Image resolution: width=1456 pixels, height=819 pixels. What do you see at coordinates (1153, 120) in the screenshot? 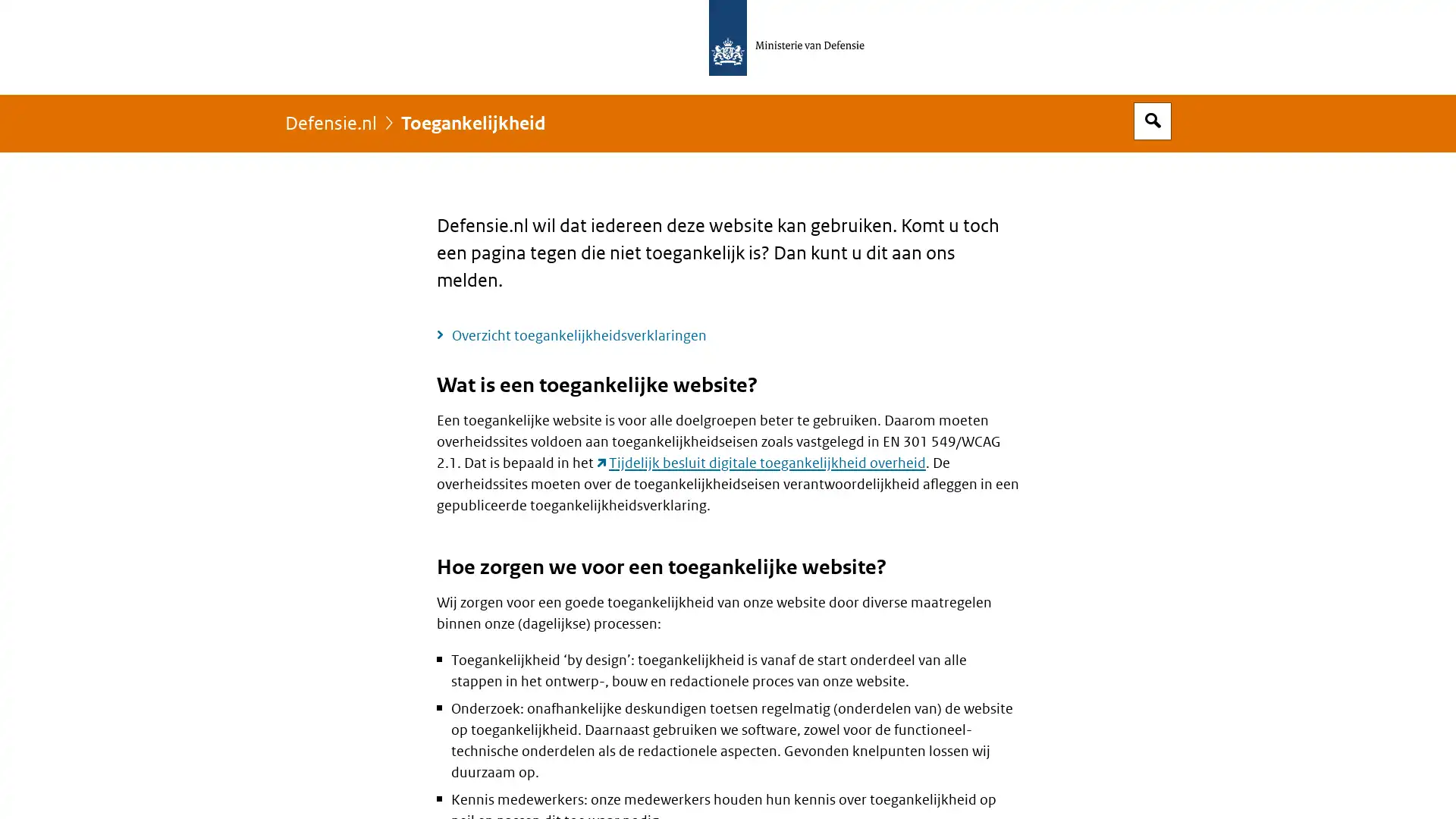
I see `Open zoekveld` at bounding box center [1153, 120].